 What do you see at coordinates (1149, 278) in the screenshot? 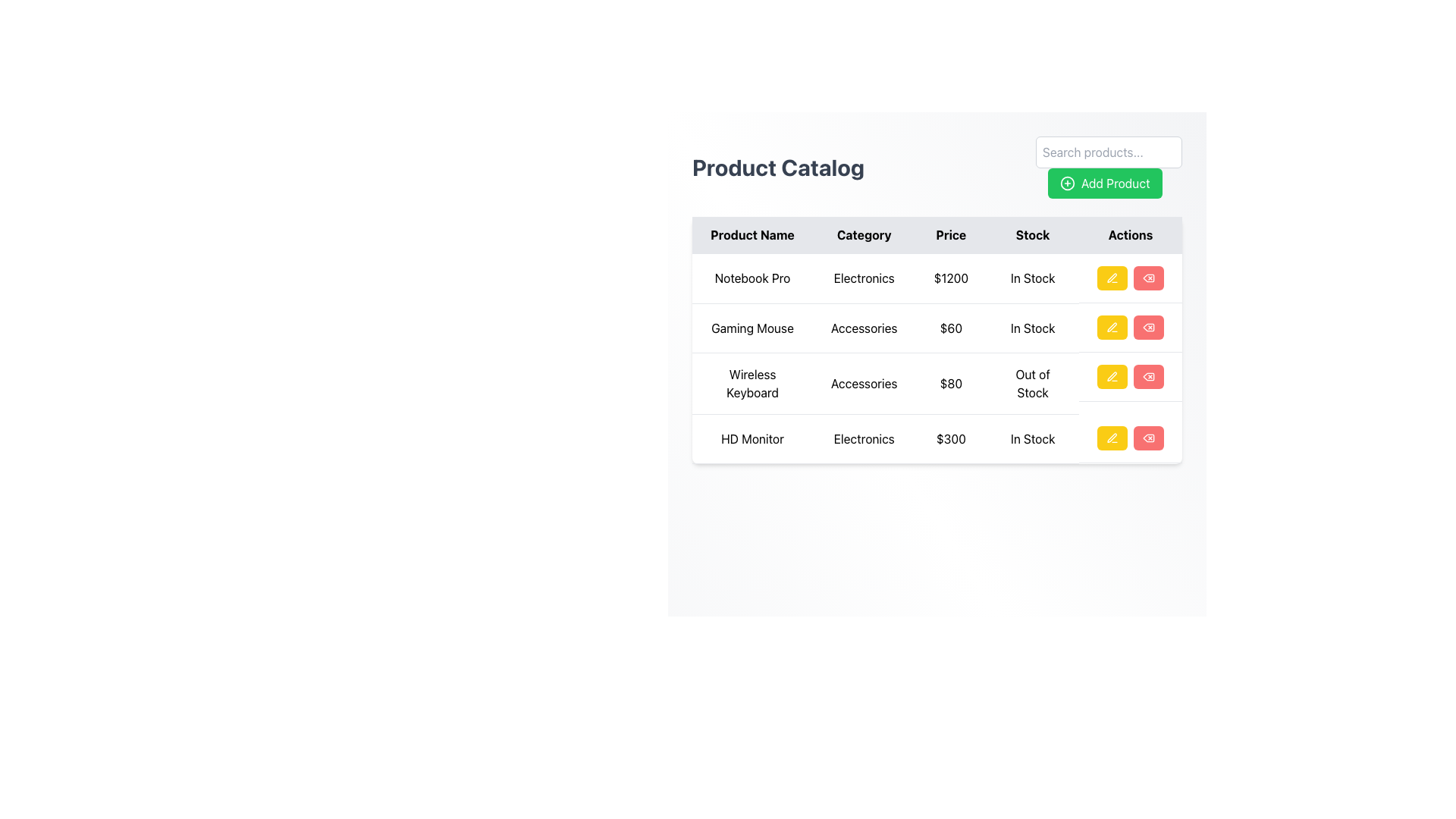
I see `the delete icon button located in the 'Actions' column of the data table row for the Wireless Keyboard product` at bounding box center [1149, 278].